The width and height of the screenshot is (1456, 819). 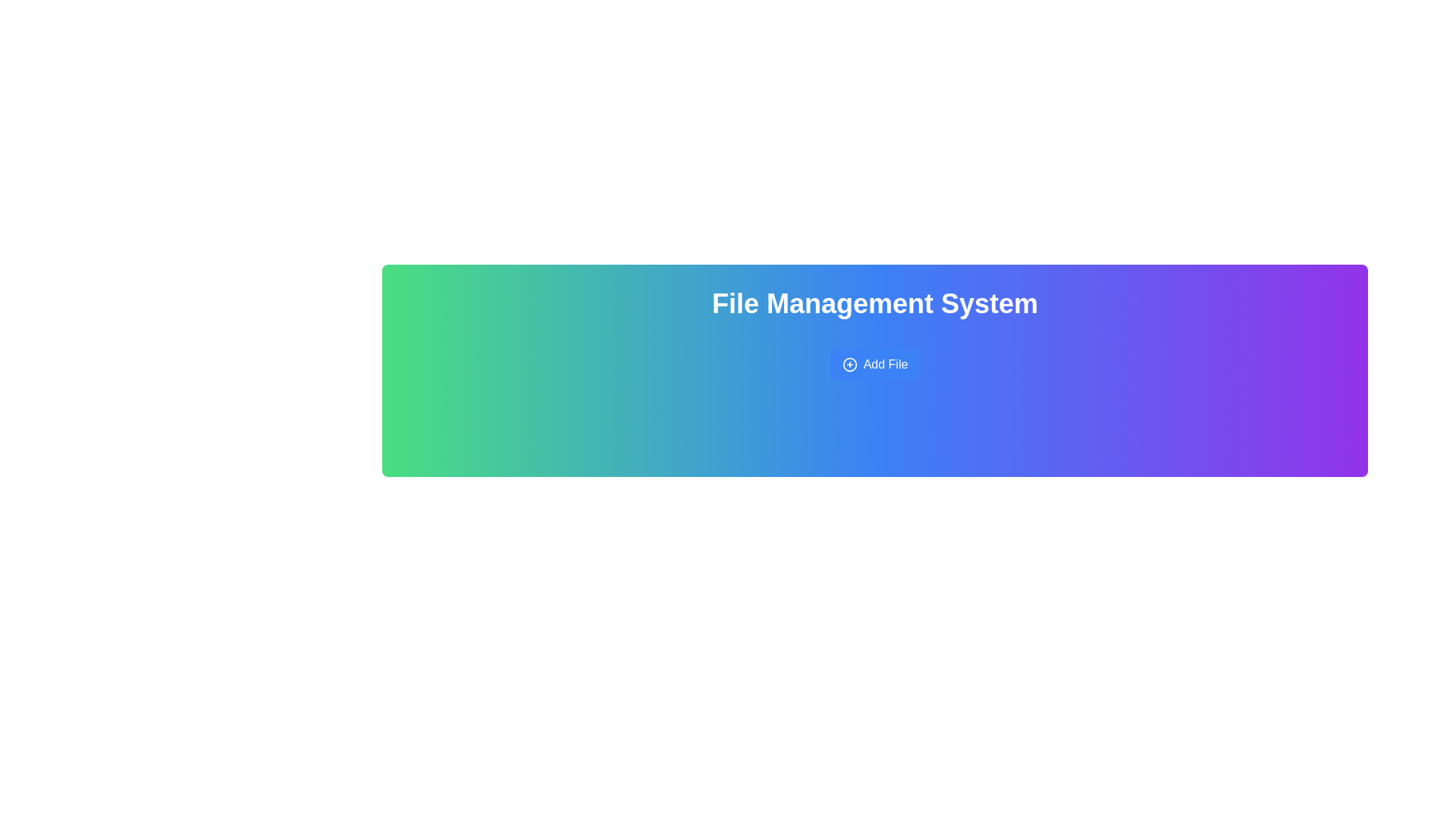 What do you see at coordinates (885, 365) in the screenshot?
I see `the 'Add File' button, which is a text label displayed in blue within a button component` at bounding box center [885, 365].